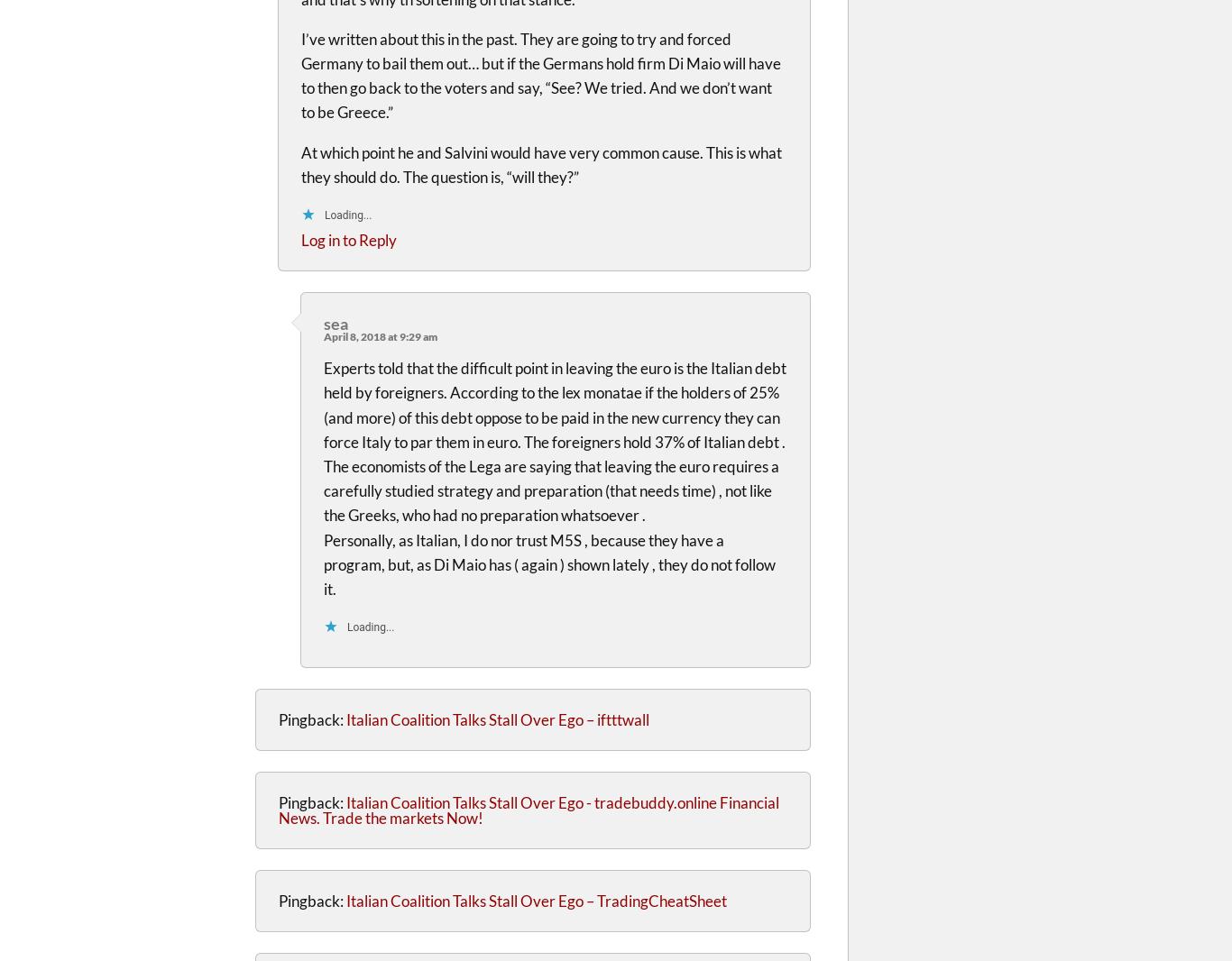  What do you see at coordinates (322, 322) in the screenshot?
I see `'sea'` at bounding box center [322, 322].